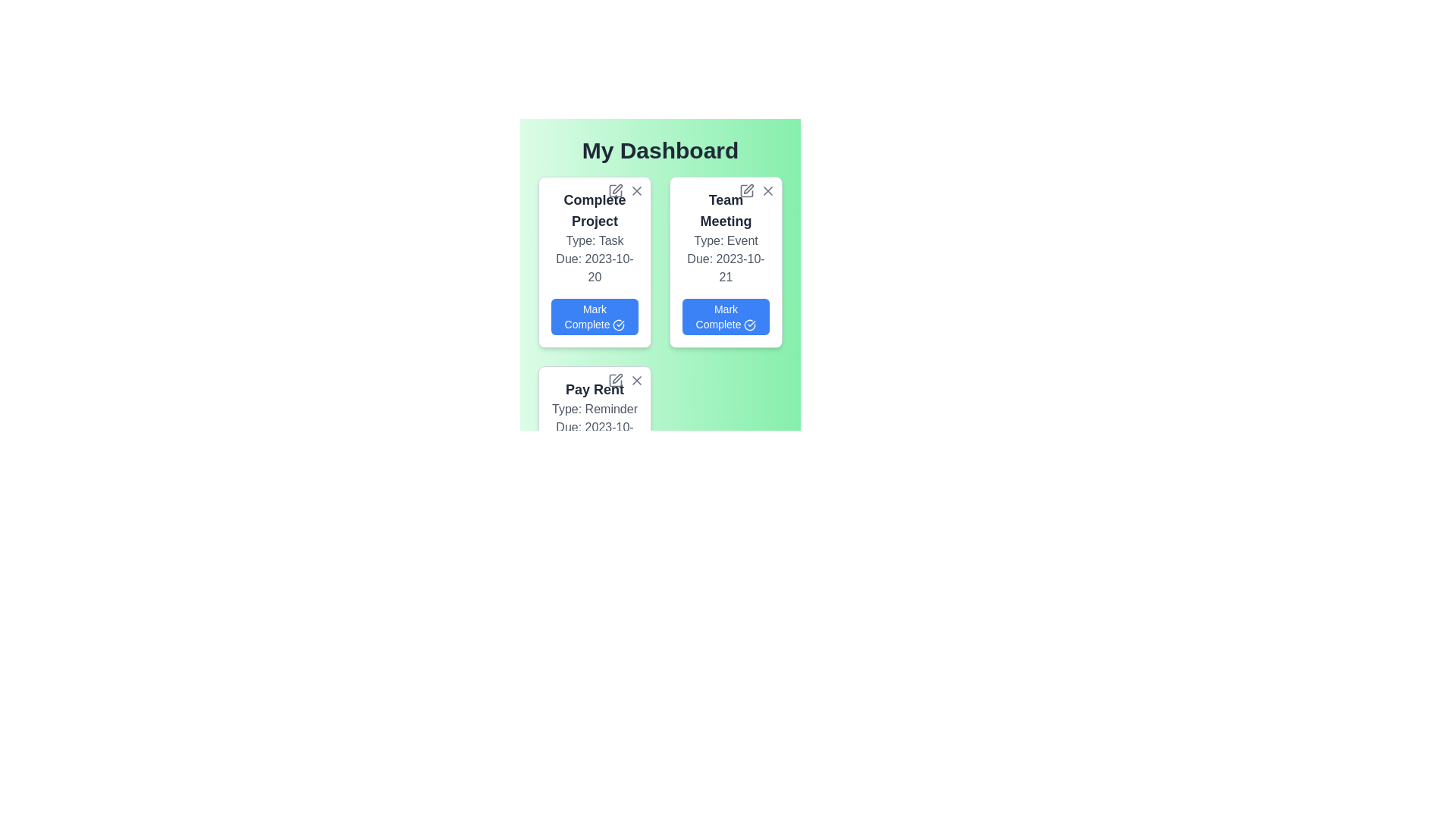  What do you see at coordinates (746, 190) in the screenshot?
I see `the pen-shaped icon in the top-right corner of the 'Team Meeting' card to change its color to blue` at bounding box center [746, 190].